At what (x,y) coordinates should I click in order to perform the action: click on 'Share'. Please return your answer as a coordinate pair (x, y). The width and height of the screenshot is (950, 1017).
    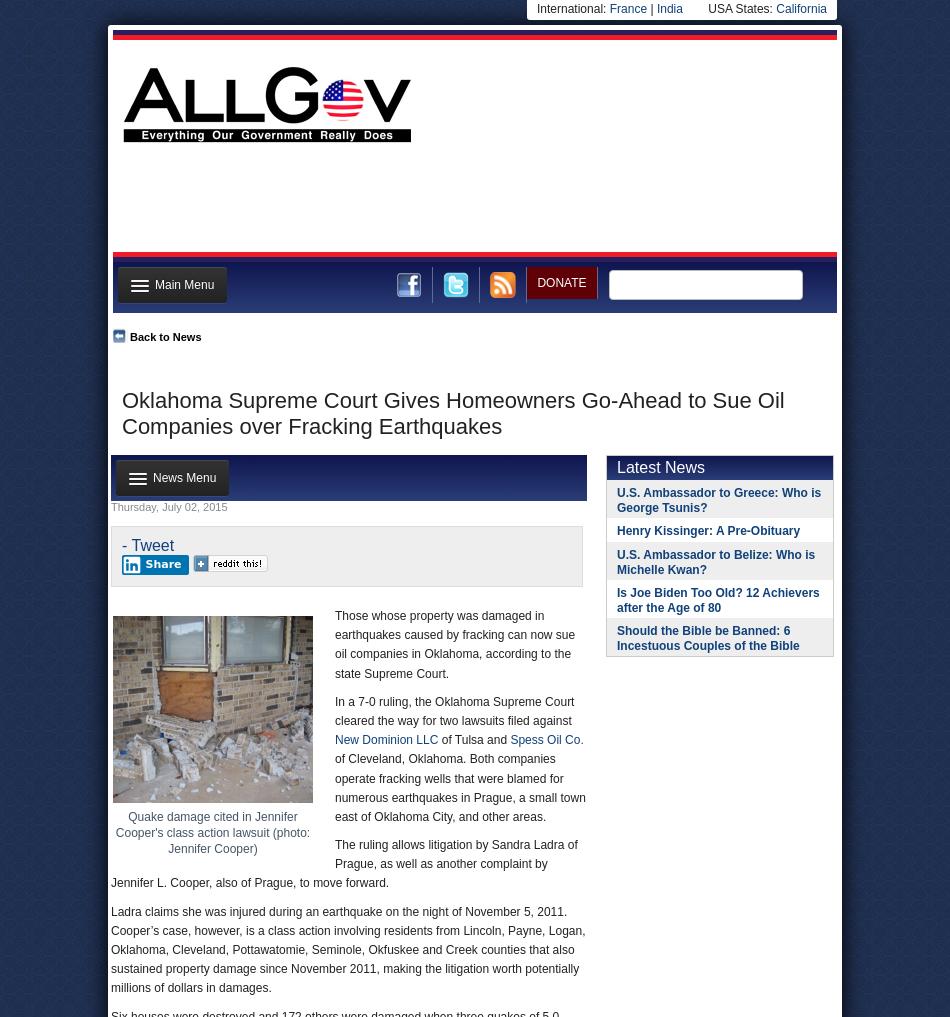
    Looking at the image, I should click on (163, 564).